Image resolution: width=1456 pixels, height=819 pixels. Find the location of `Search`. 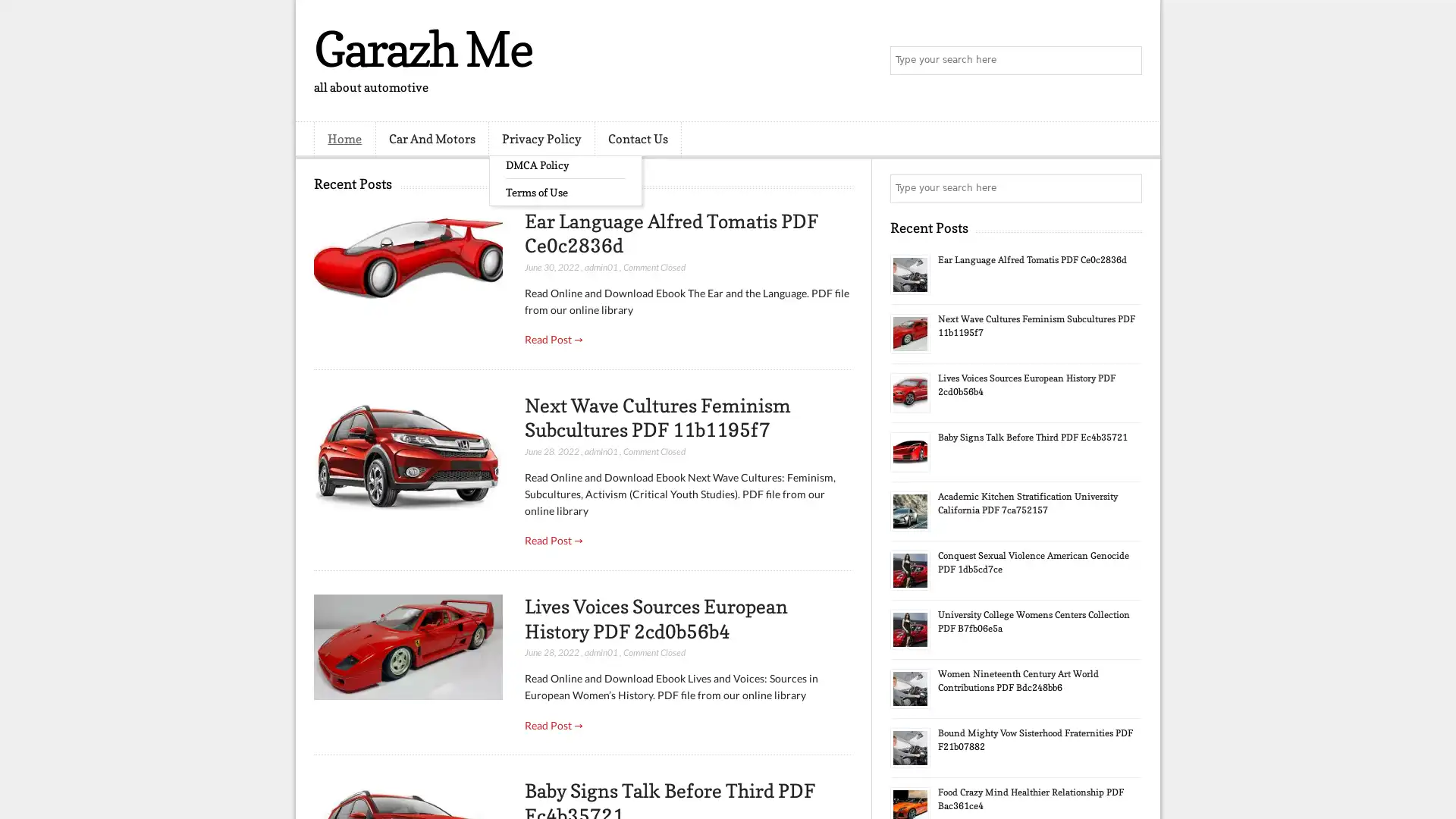

Search is located at coordinates (1126, 188).